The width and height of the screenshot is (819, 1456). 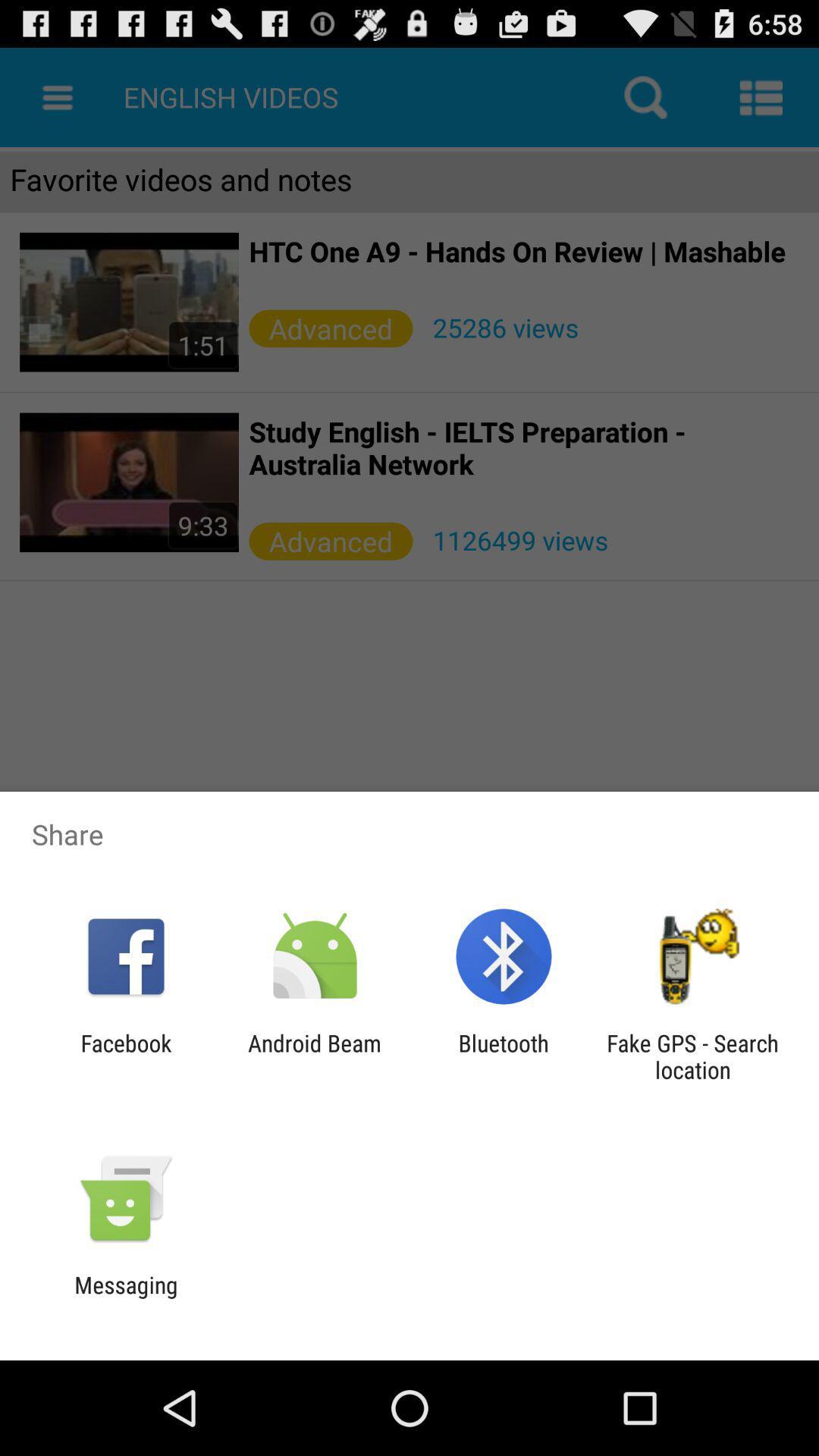 What do you see at coordinates (504, 1056) in the screenshot?
I see `app next to the fake gps search item` at bounding box center [504, 1056].